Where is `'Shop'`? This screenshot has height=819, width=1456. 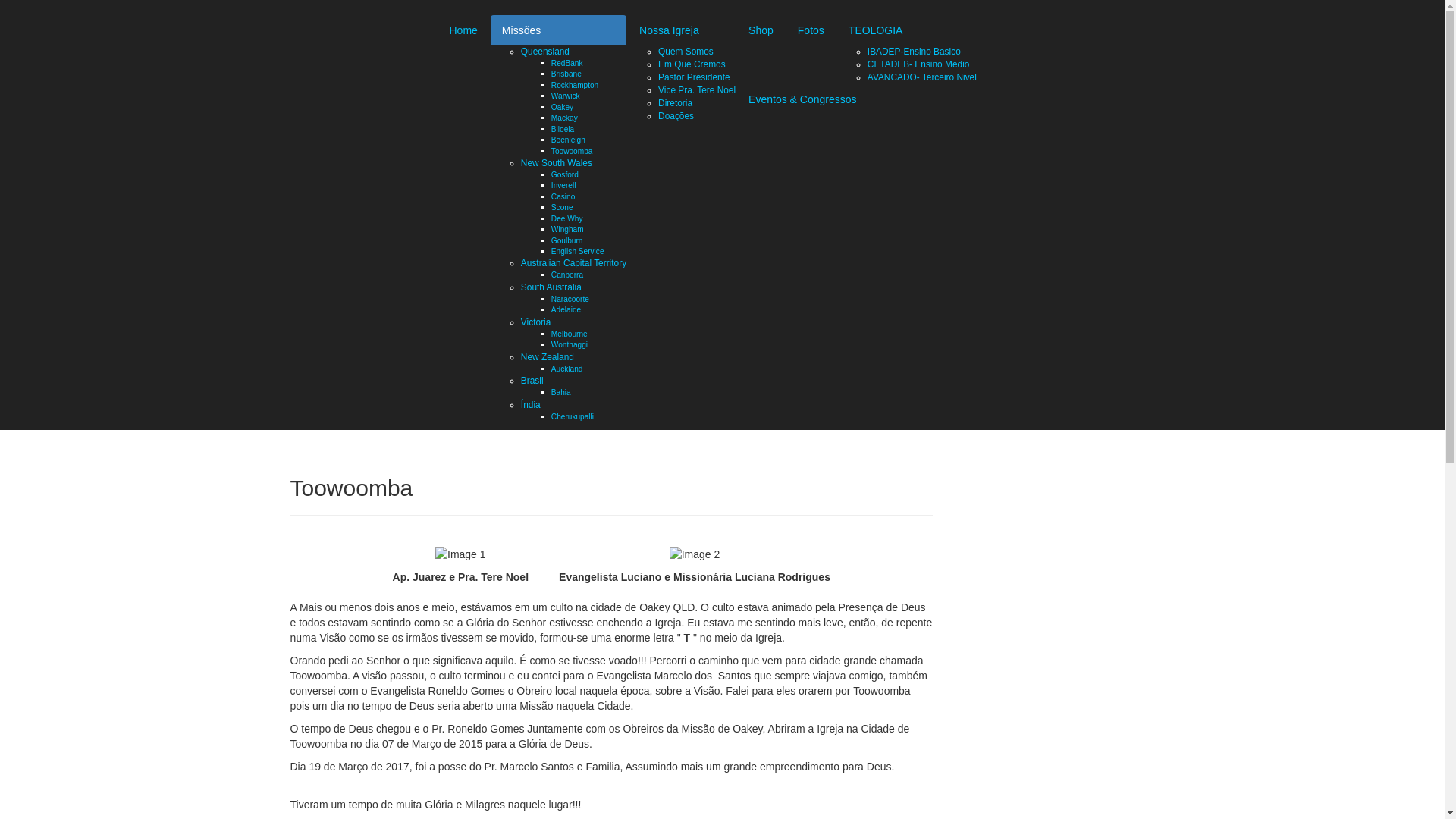 'Shop' is located at coordinates (761, 30).